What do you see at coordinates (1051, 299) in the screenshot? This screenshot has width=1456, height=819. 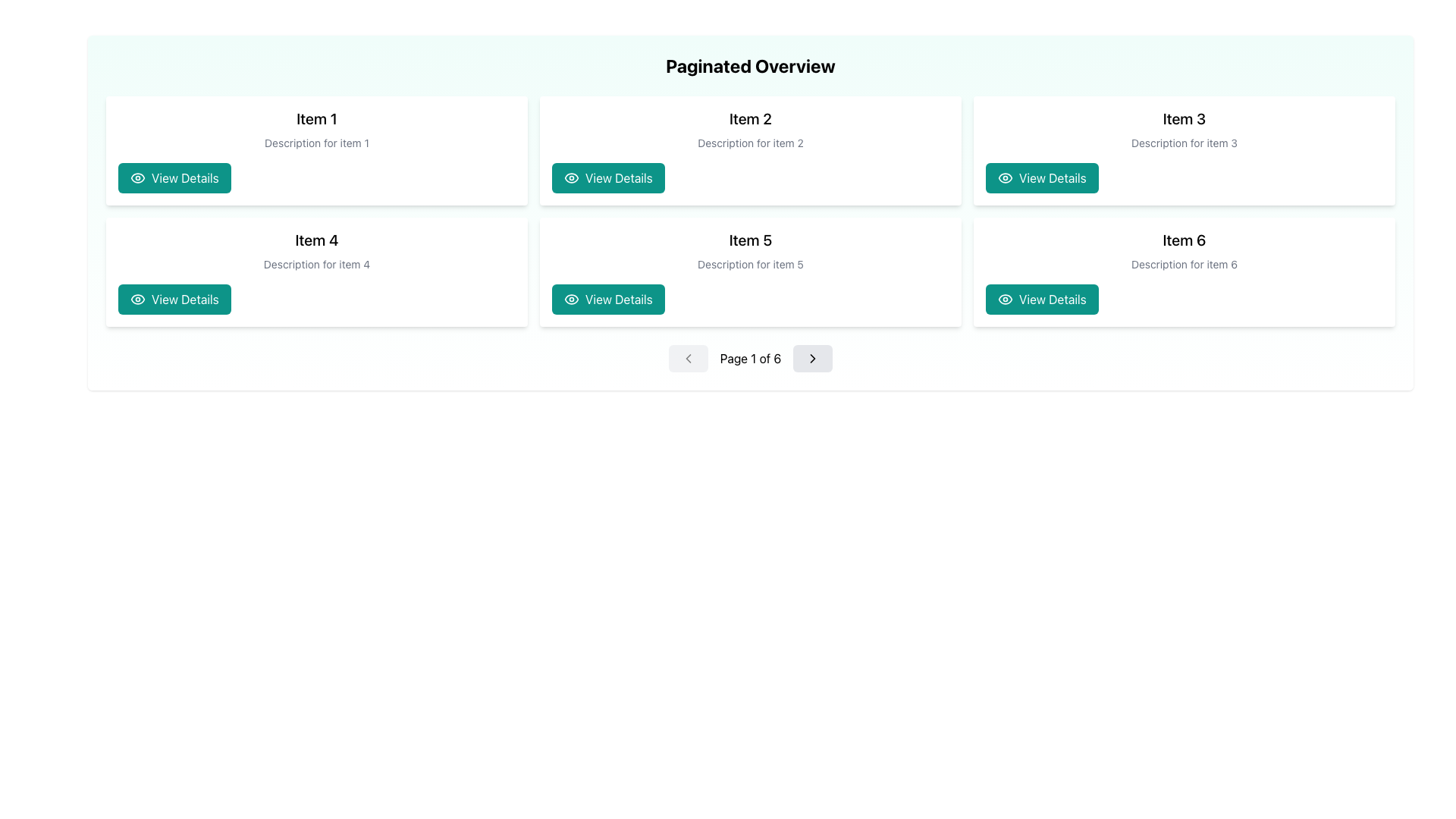 I see `the button containing the text label in the bottom-right card labeled 'Item 6' to provide more detailed information about the associated item` at bounding box center [1051, 299].